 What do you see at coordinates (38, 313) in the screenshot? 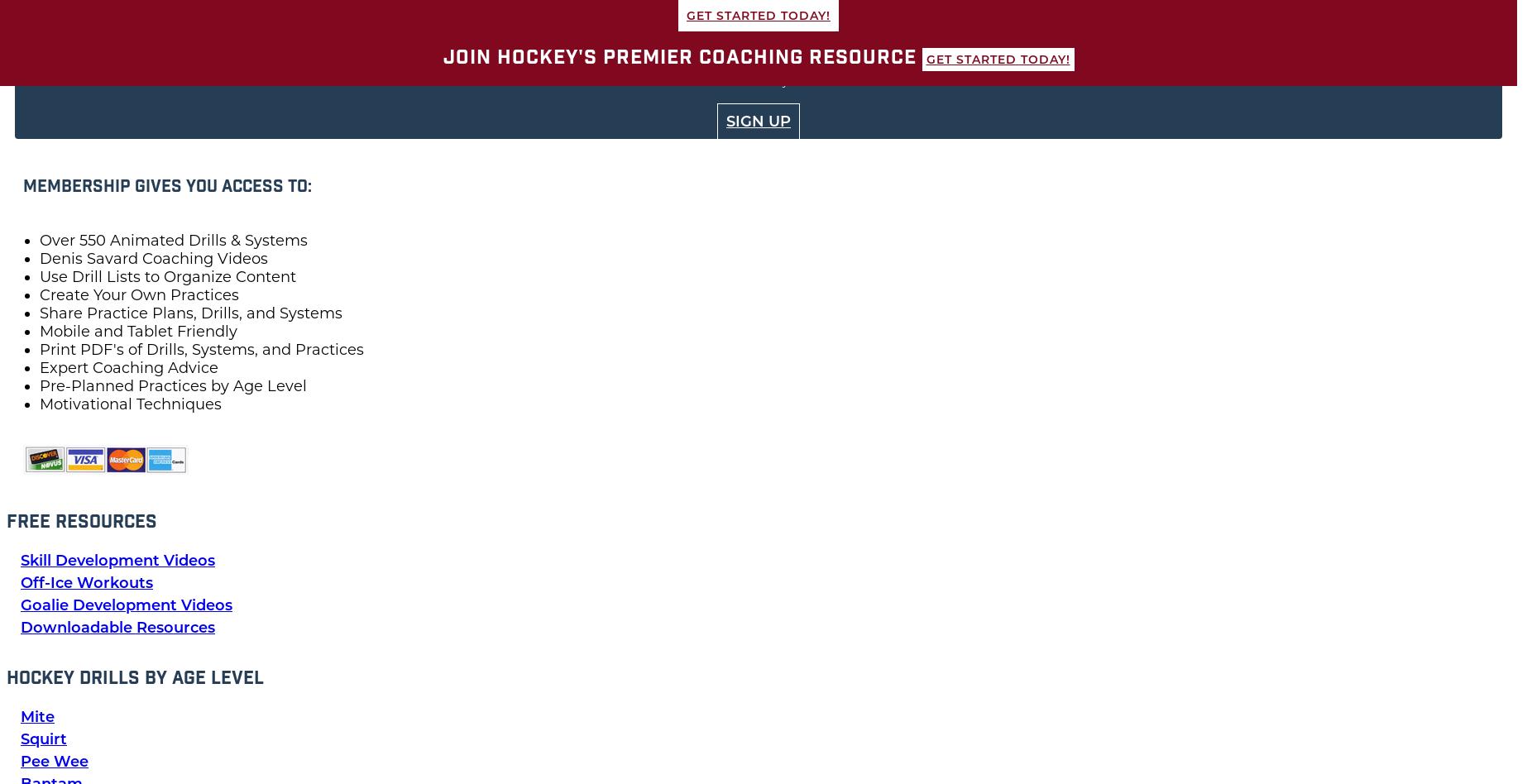
I see `'Share Practice Plans, Drills, and Systems'` at bounding box center [38, 313].